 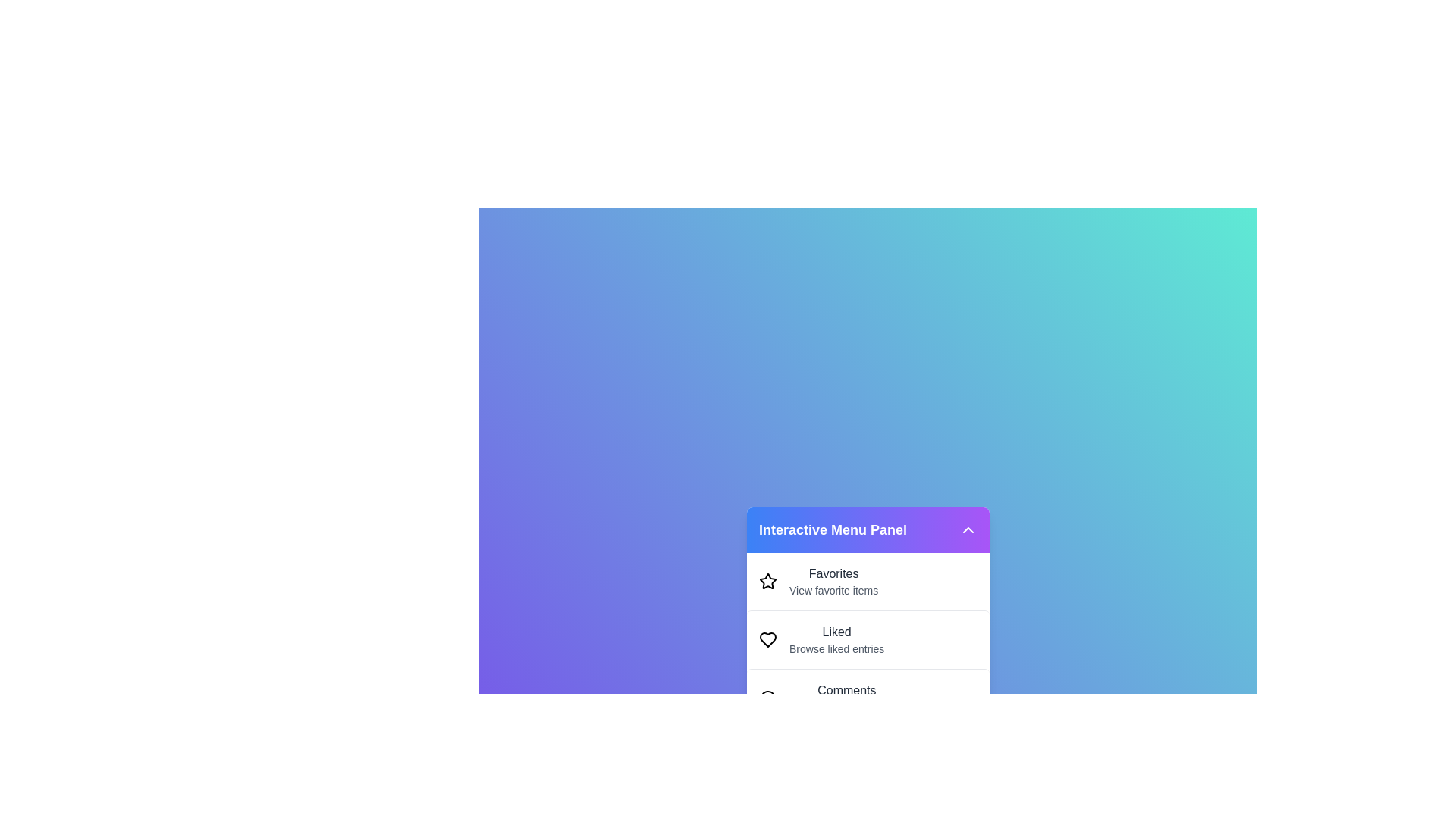 I want to click on the icon of the menu item corresponding to Liked, so click(x=767, y=640).